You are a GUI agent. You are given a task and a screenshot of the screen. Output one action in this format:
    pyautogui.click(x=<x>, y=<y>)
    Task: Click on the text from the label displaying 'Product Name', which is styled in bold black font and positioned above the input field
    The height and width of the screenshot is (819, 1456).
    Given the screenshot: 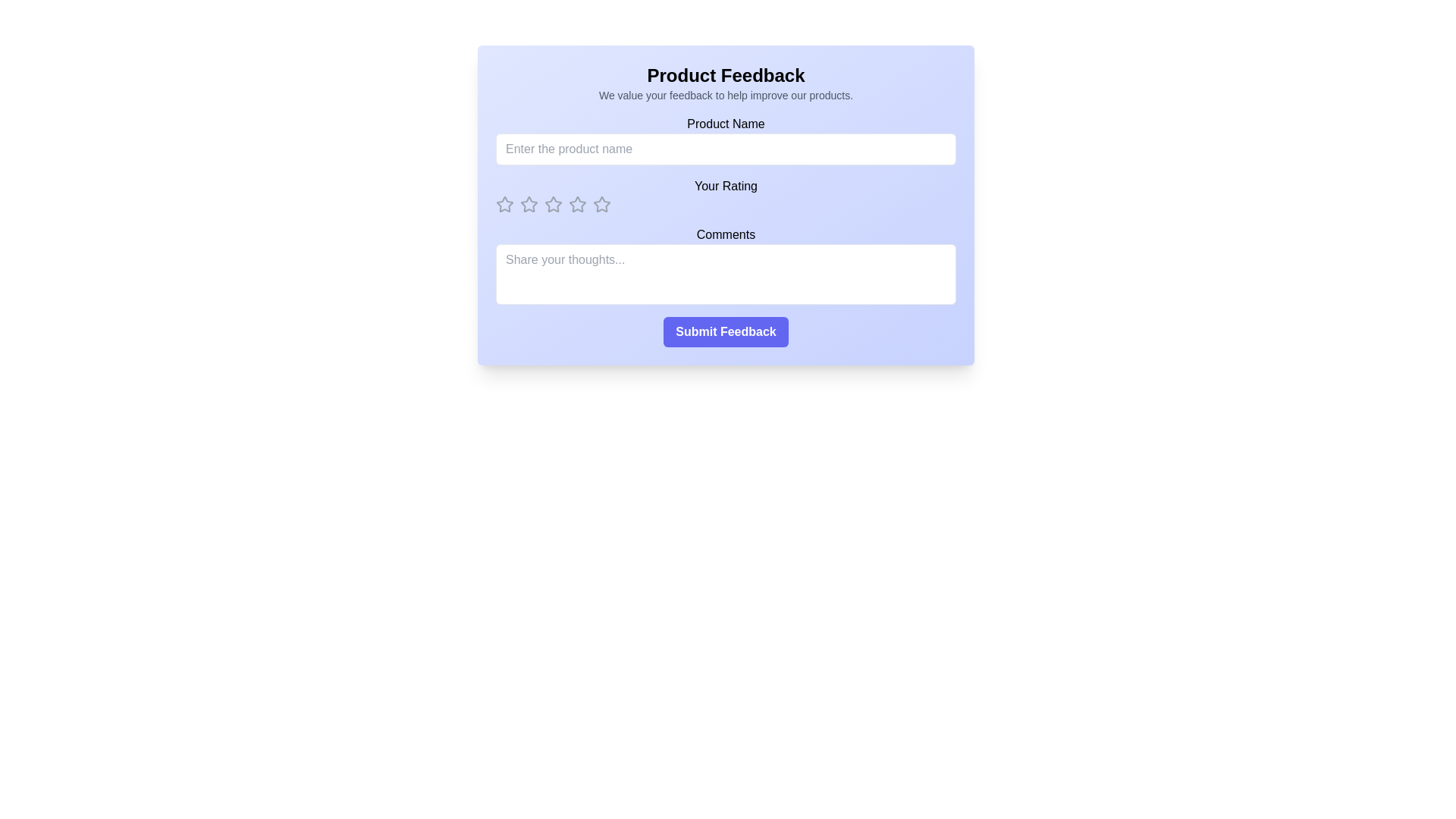 What is the action you would take?
    pyautogui.click(x=725, y=124)
    